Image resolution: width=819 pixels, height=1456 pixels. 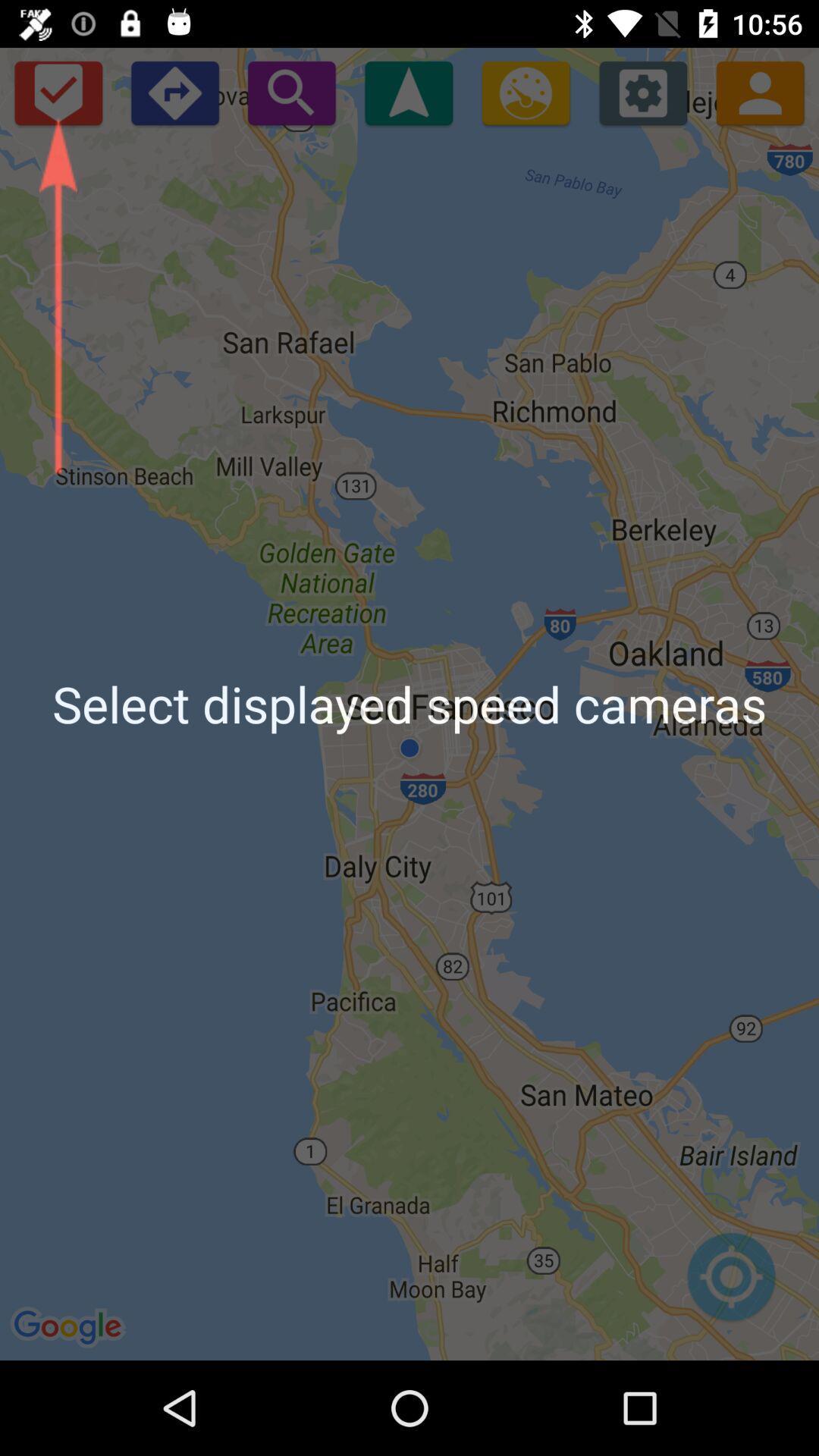 I want to click on app above the select displayed speed, so click(x=760, y=92).